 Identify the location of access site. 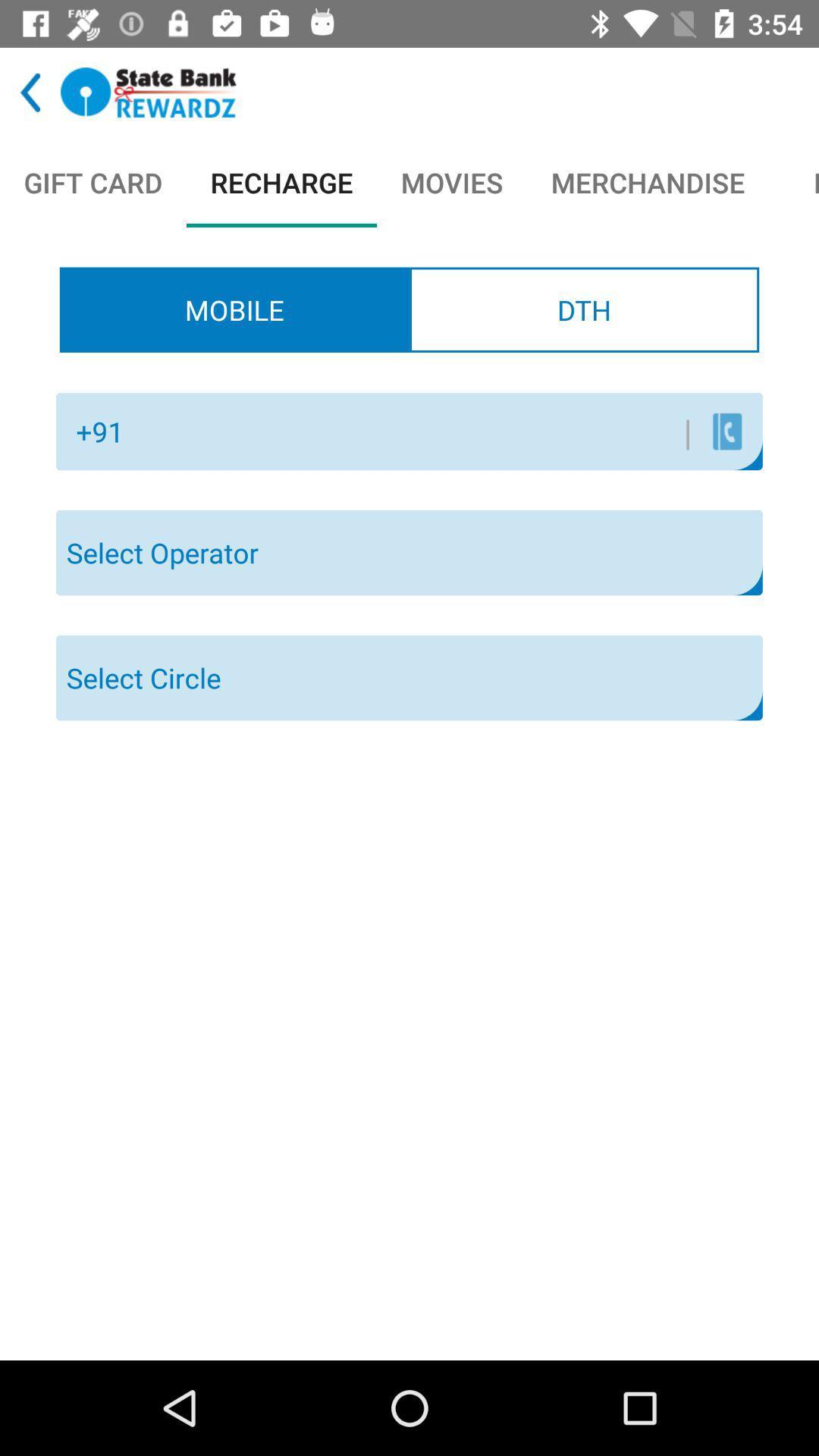
(149, 92).